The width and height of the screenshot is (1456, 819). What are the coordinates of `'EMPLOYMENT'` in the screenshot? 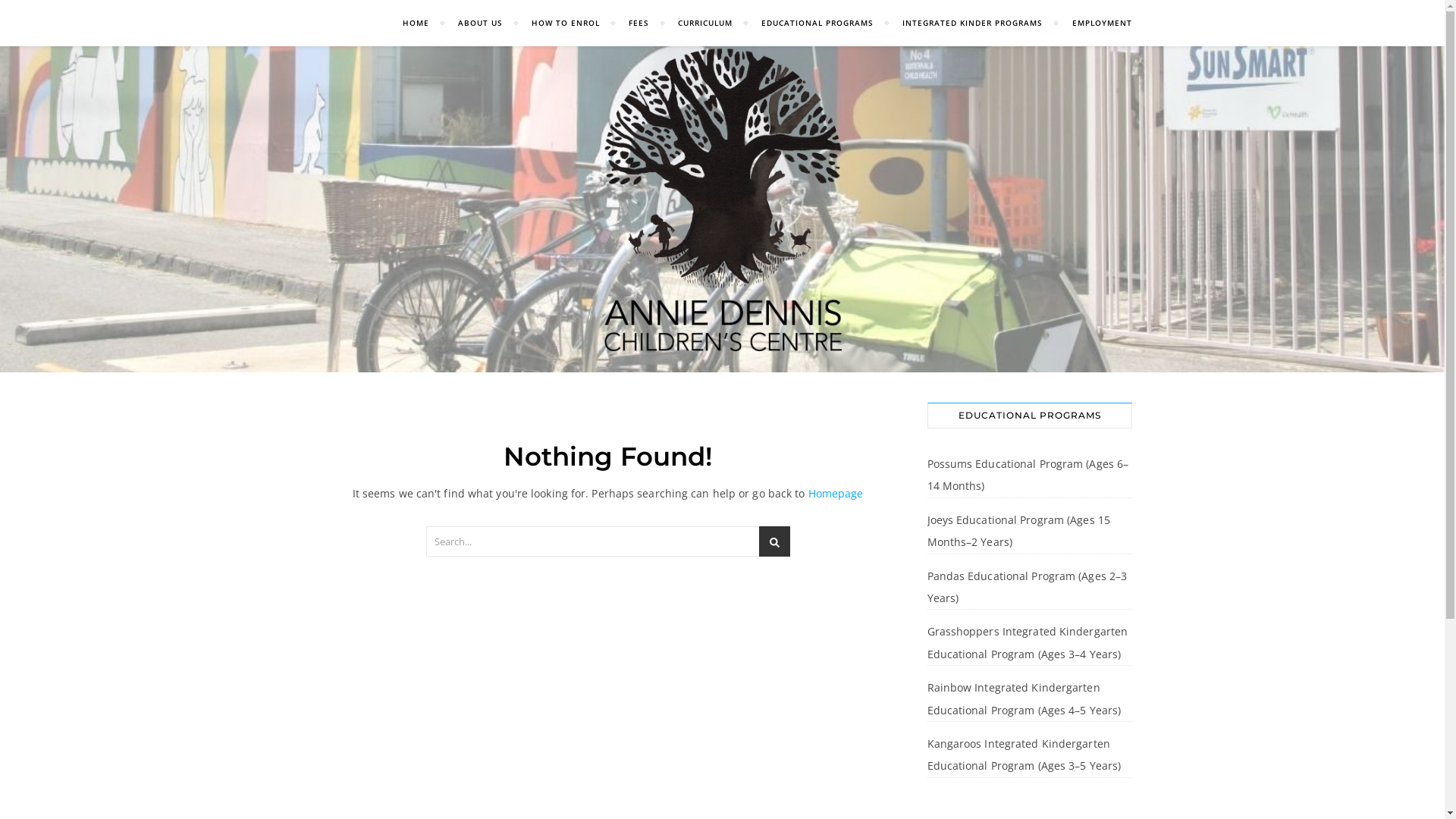 It's located at (1058, 23).